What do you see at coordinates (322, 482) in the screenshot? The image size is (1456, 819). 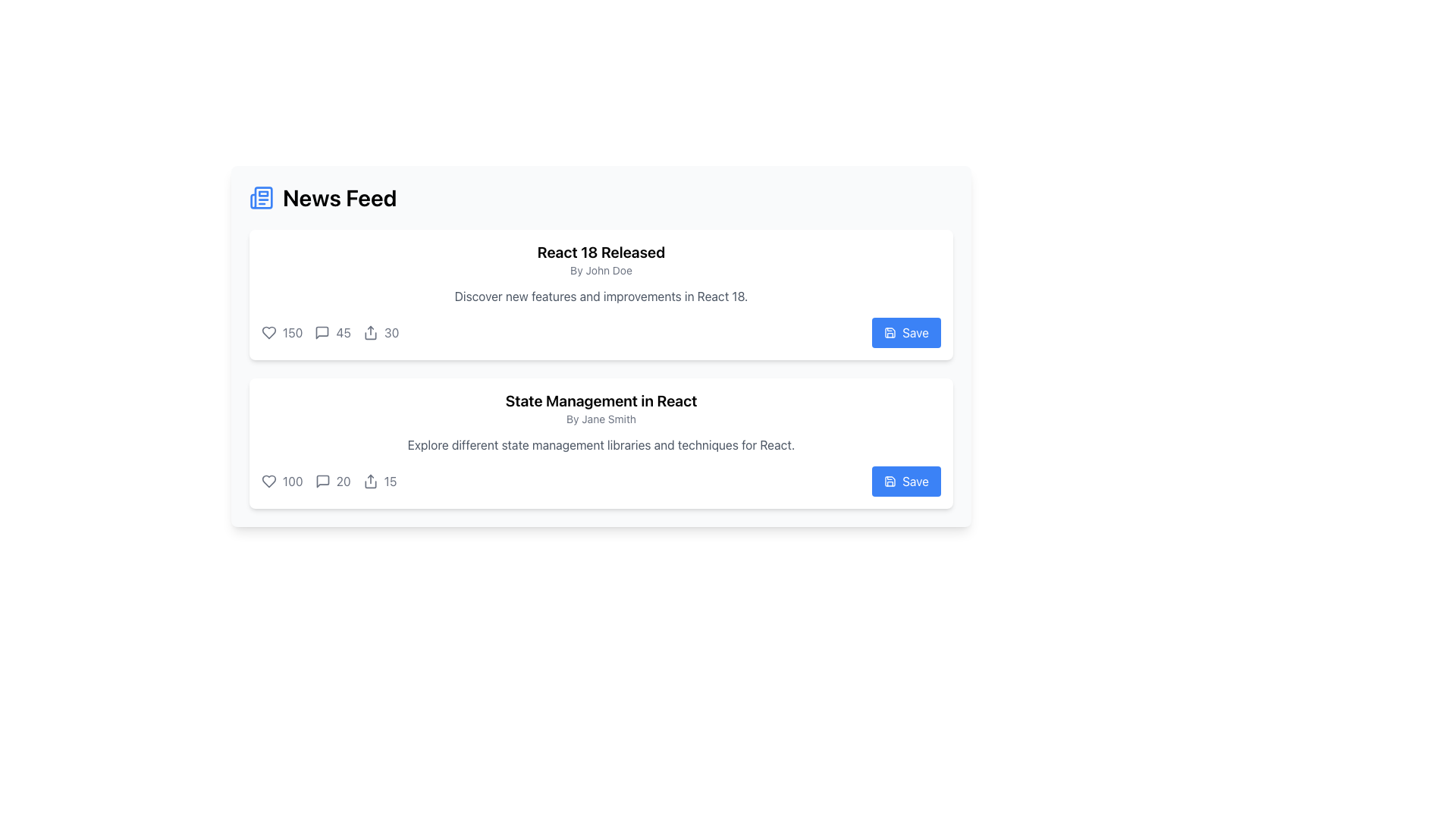 I see `the comment button located in the interaction bar below the post titled 'State Management in React'` at bounding box center [322, 482].